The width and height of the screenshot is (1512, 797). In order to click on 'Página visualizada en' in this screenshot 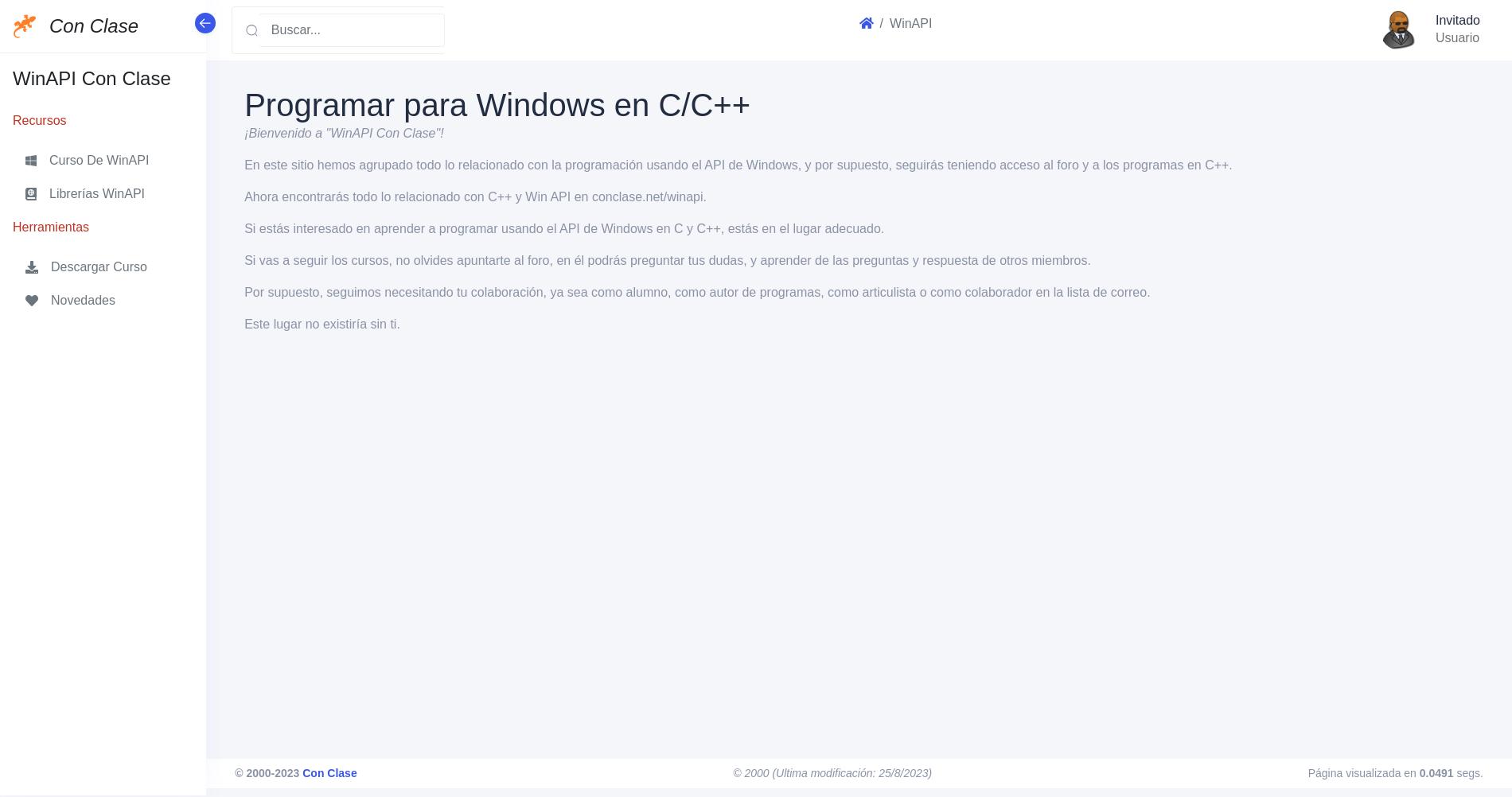, I will do `click(1362, 772)`.